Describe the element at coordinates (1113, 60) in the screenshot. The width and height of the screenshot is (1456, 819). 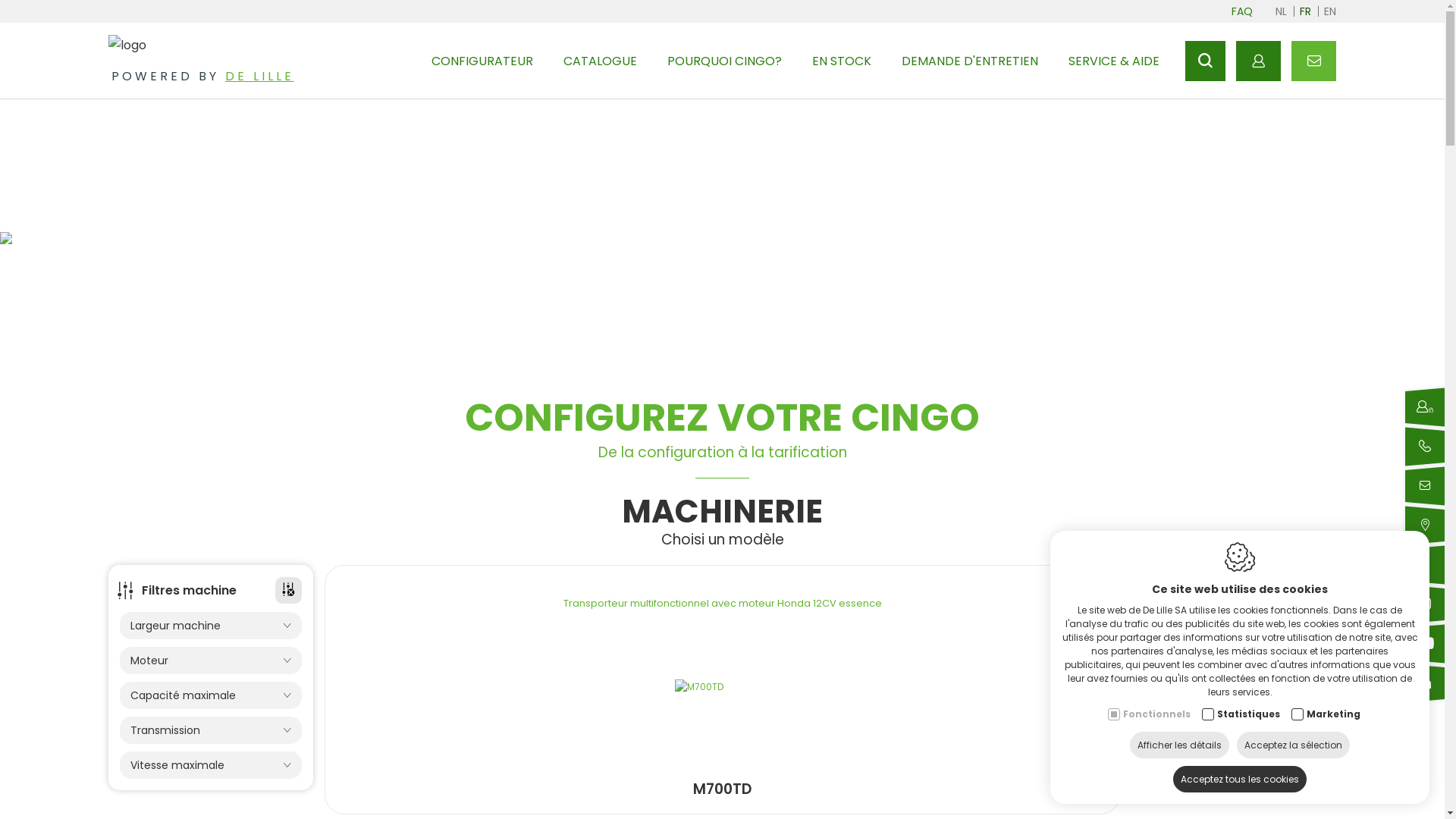
I see `'SERVICE & AIDE'` at that location.